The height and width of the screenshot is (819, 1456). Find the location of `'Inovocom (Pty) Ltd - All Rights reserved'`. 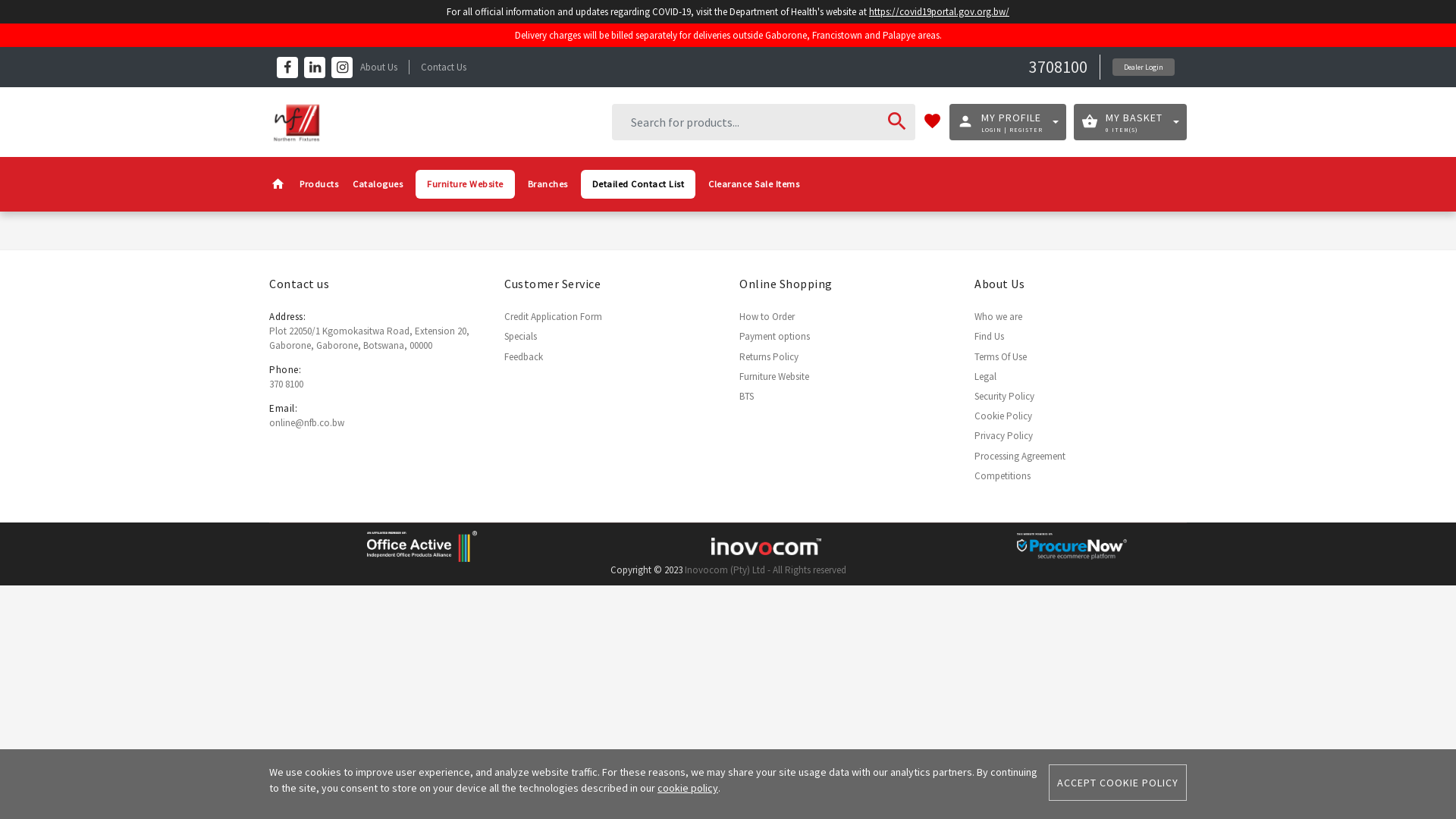

'Inovocom (Pty) Ltd - All Rights reserved' is located at coordinates (683, 570).